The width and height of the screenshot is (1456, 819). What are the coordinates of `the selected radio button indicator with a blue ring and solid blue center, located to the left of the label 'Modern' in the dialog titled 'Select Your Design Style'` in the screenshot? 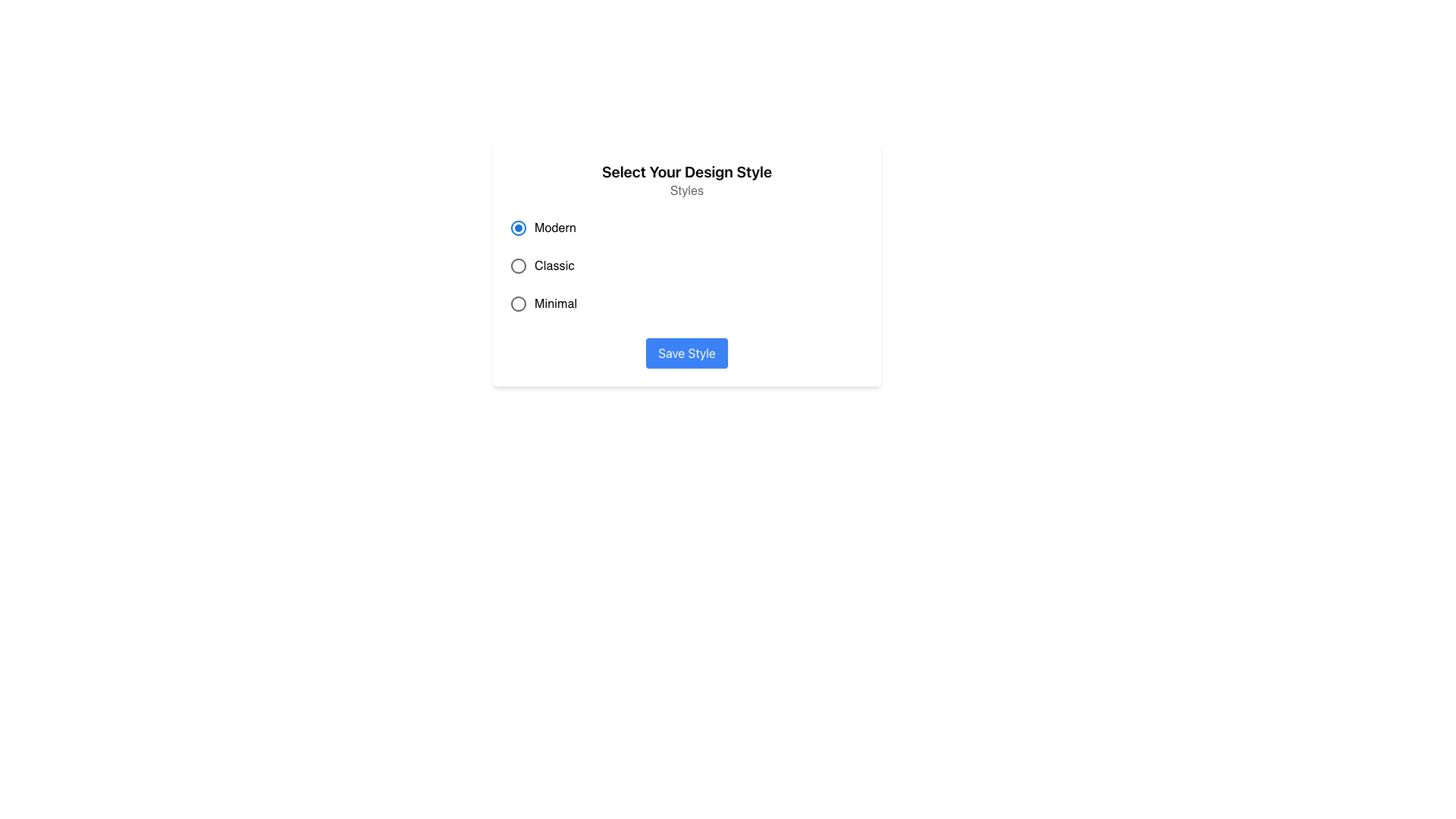 It's located at (519, 227).